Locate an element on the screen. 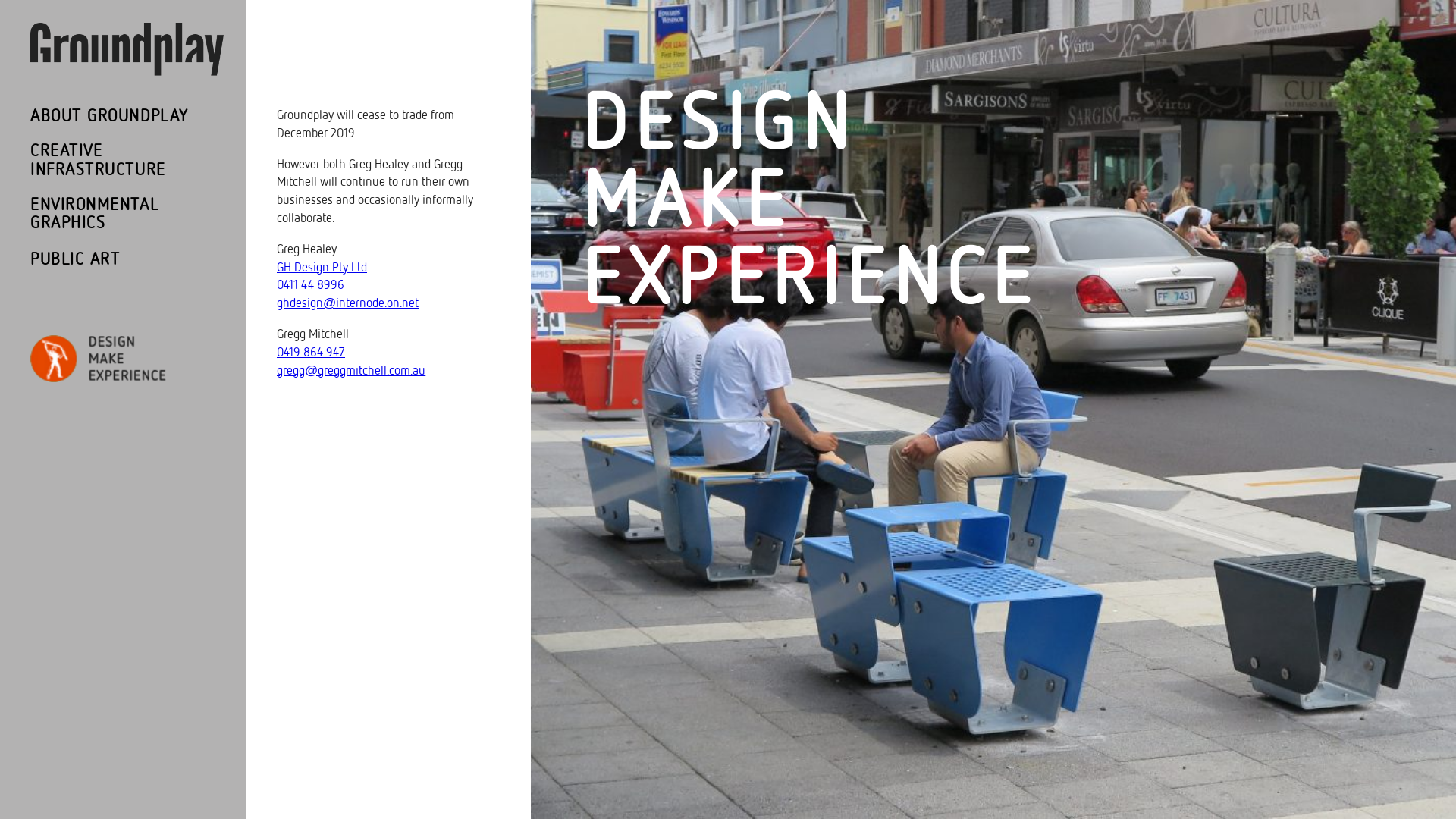  'ABOUT GROUNDPLAY' is located at coordinates (108, 115).